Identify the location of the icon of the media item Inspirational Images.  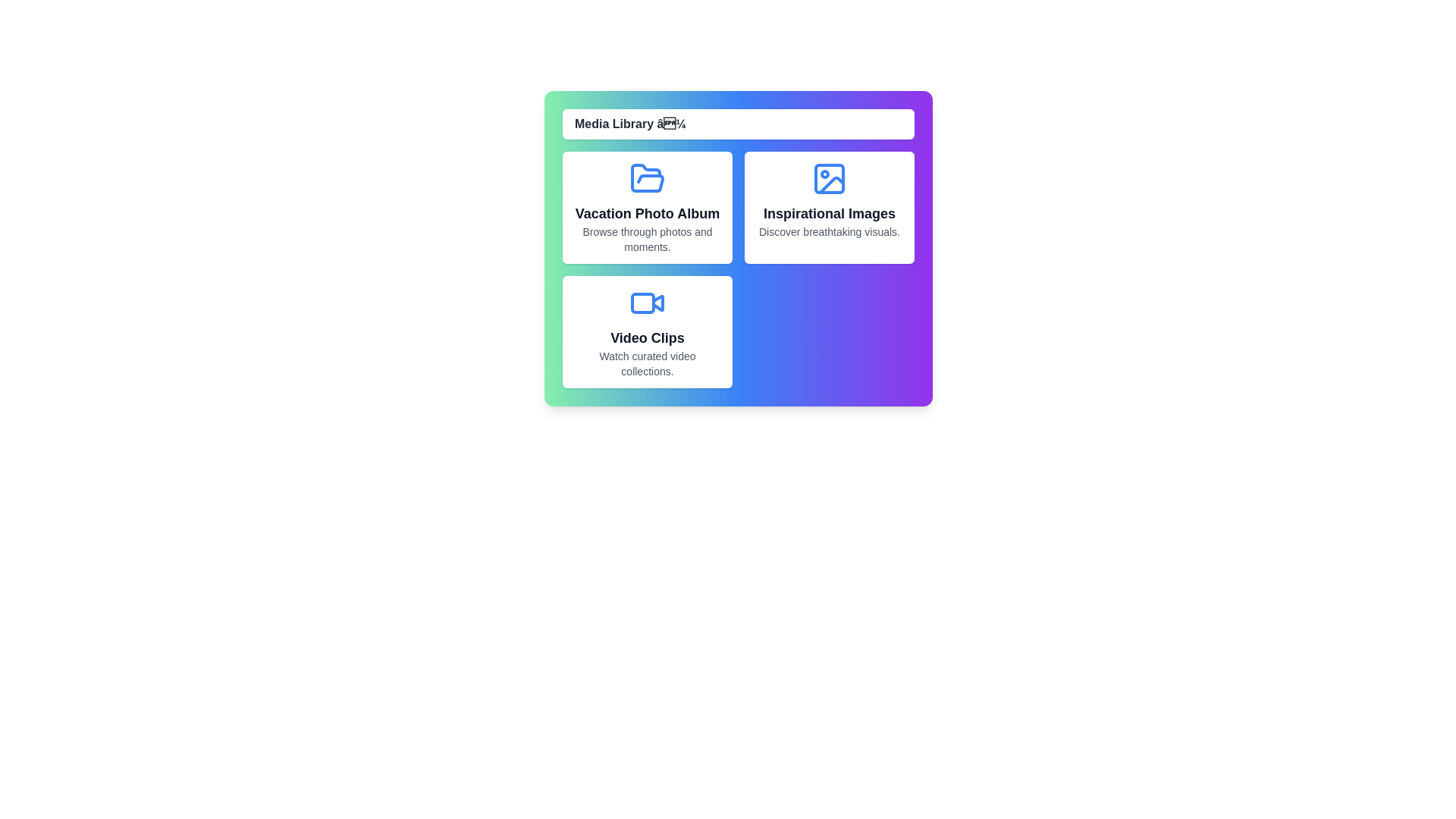
(829, 177).